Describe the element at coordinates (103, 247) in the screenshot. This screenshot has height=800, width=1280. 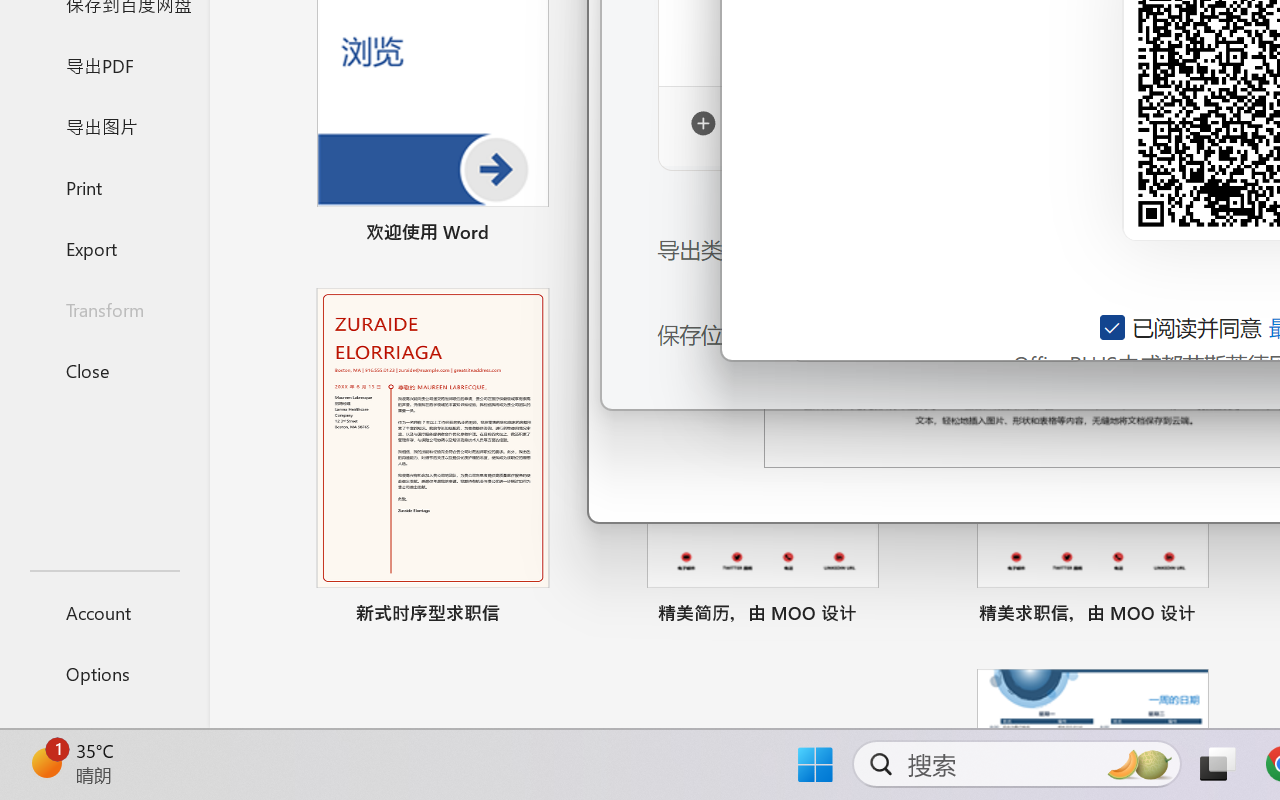
I see `'Export'` at that location.